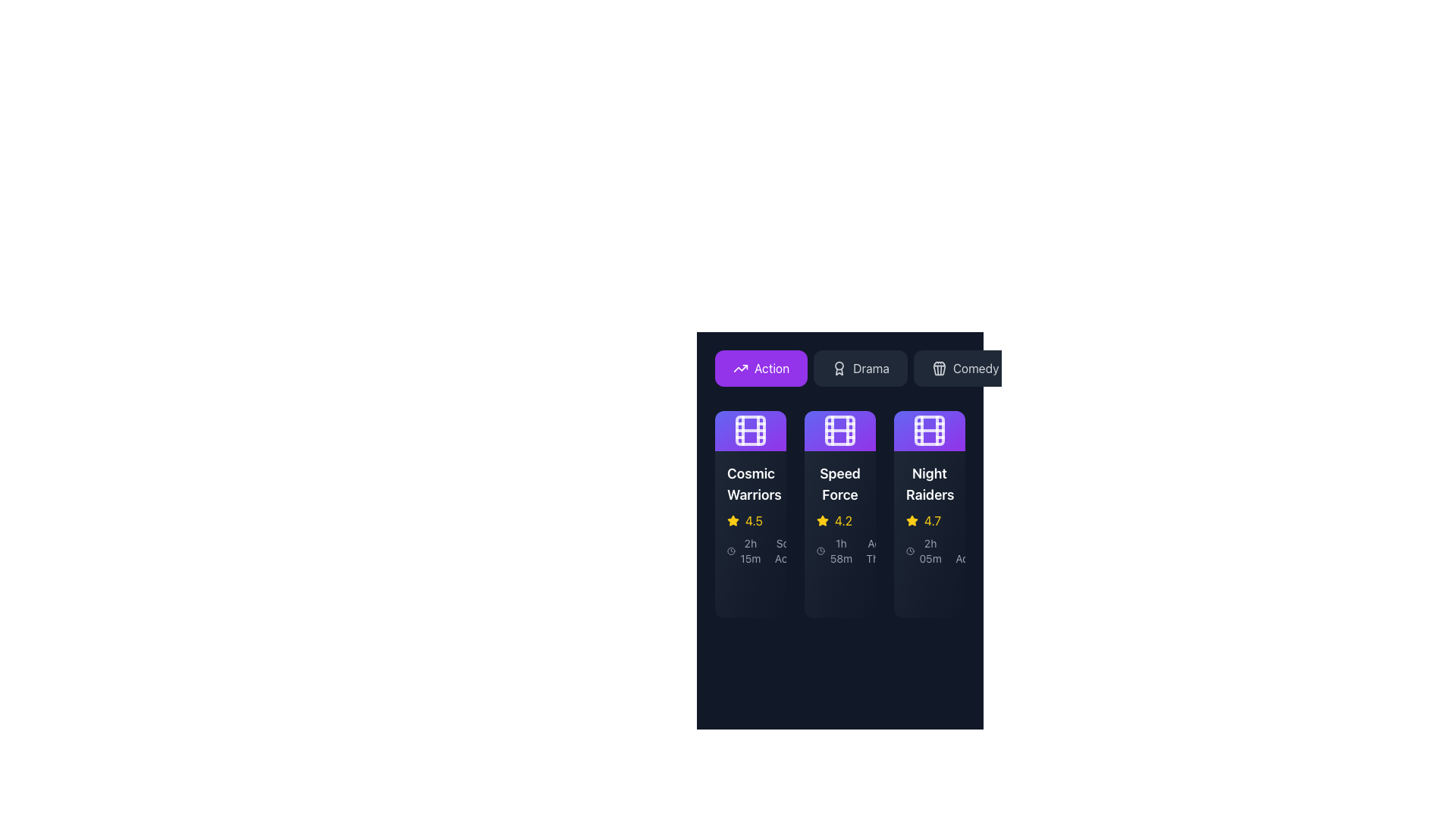 This screenshot has width=1456, height=819. I want to click on the first button in the horizontal group at the top left of the interface, which serves as a filter for 'Action' movies, so click(761, 369).